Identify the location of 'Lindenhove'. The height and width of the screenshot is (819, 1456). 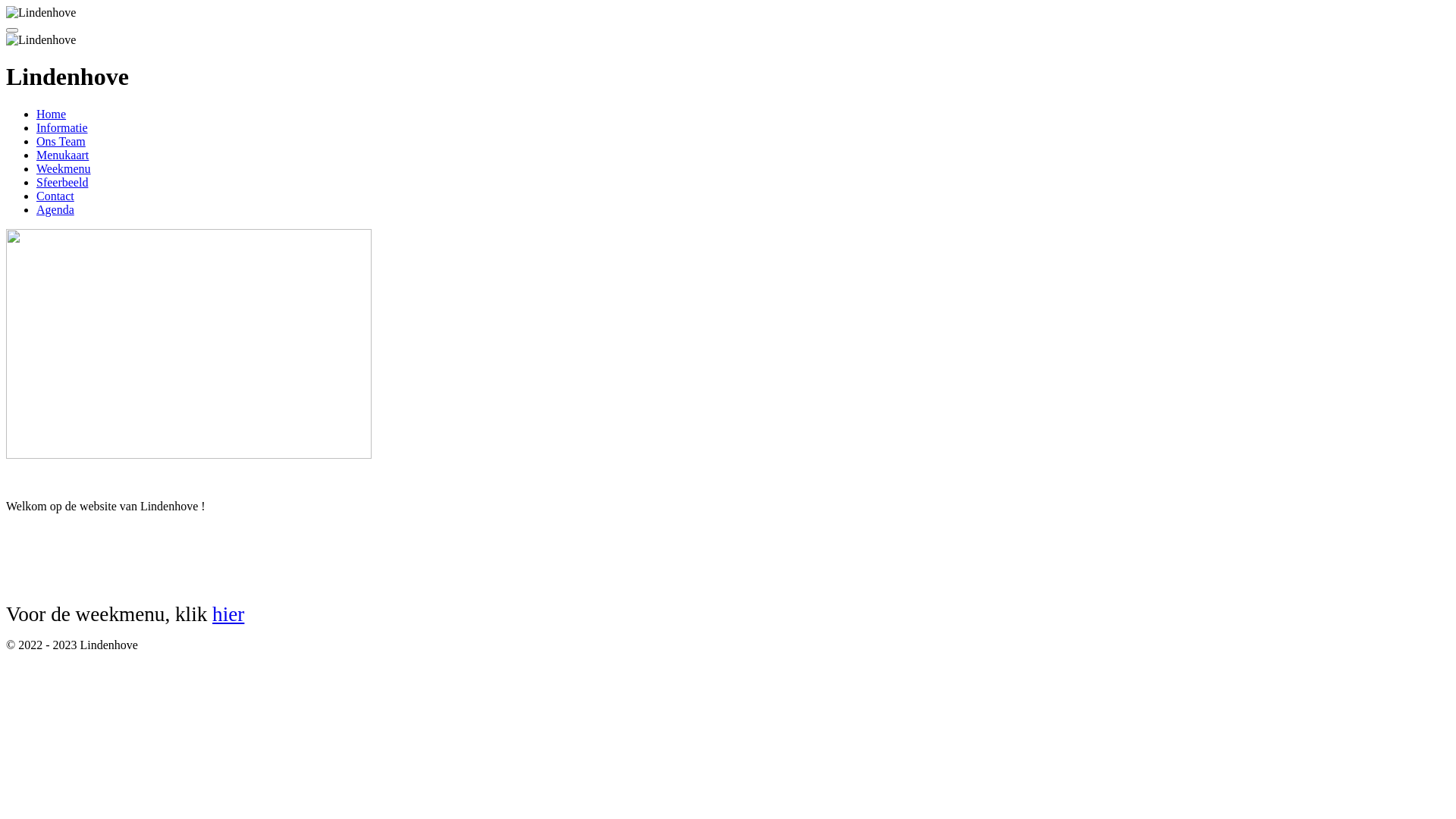
(40, 39).